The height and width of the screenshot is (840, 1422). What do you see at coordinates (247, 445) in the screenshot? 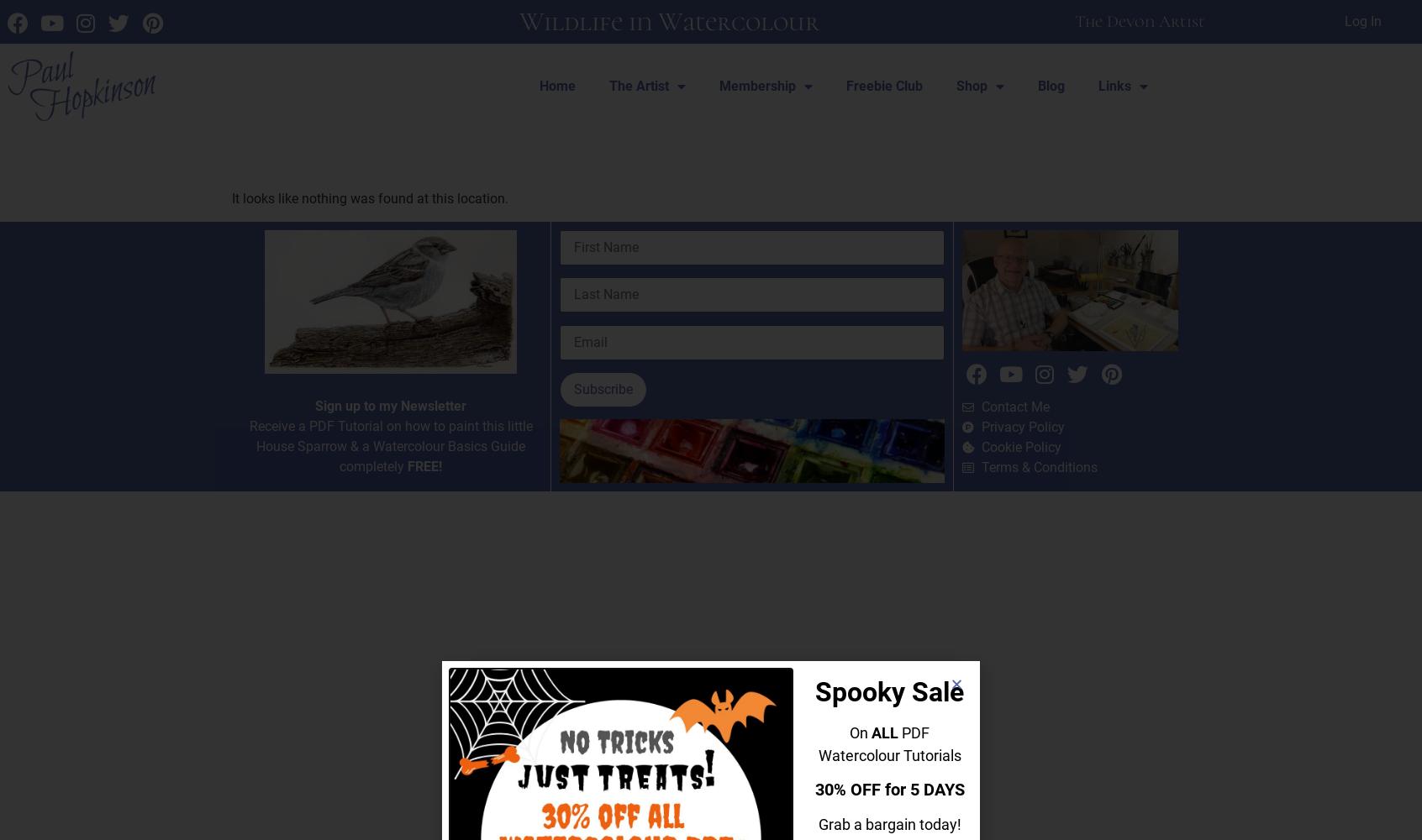
I see `'Receive a PDF Tutorial on how to paint this little House Sparrow & a Watercolour Basics Guide completely'` at bounding box center [247, 445].